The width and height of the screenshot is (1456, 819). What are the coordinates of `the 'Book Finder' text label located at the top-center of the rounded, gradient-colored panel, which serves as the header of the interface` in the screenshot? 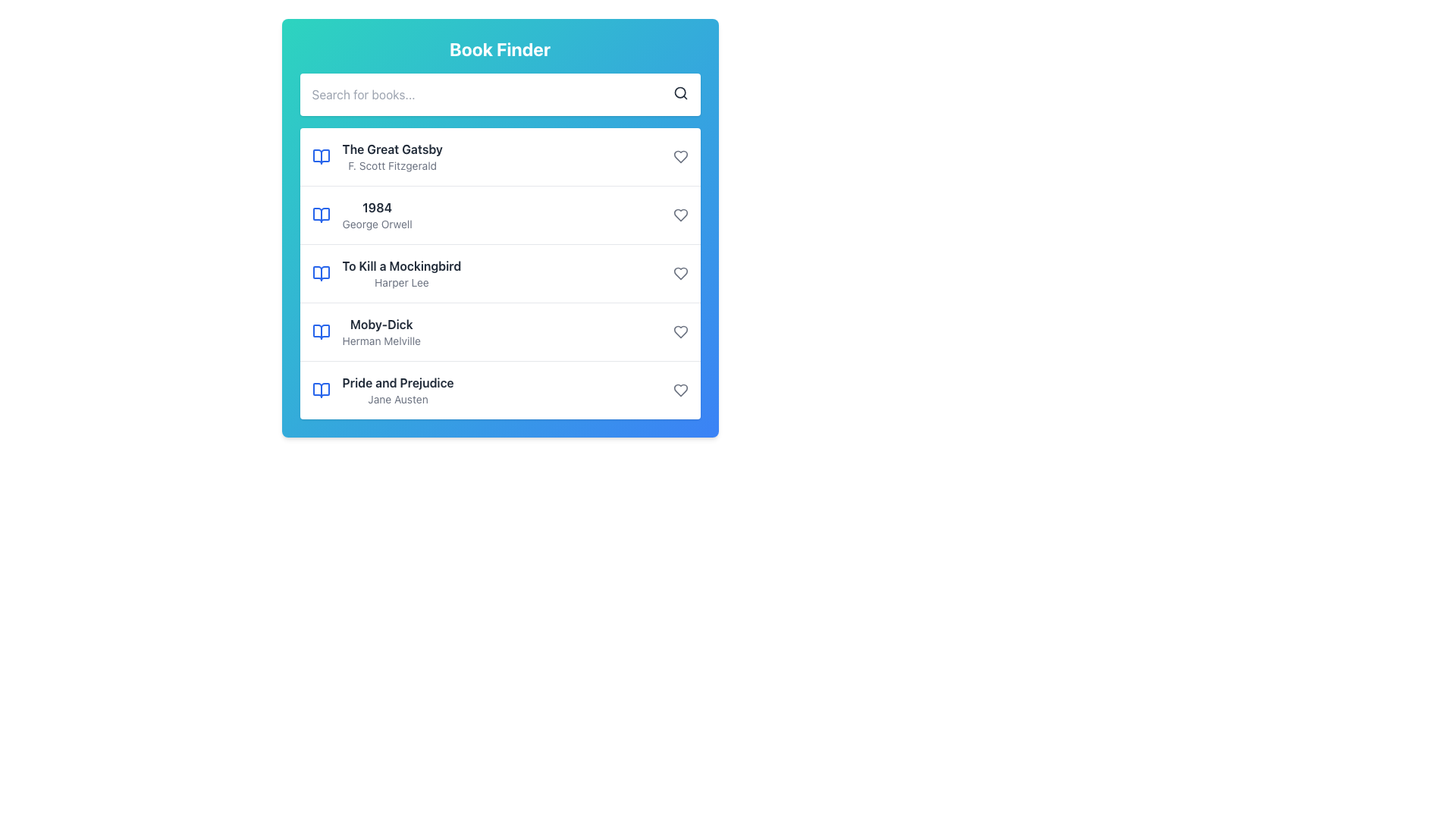 It's located at (500, 49).